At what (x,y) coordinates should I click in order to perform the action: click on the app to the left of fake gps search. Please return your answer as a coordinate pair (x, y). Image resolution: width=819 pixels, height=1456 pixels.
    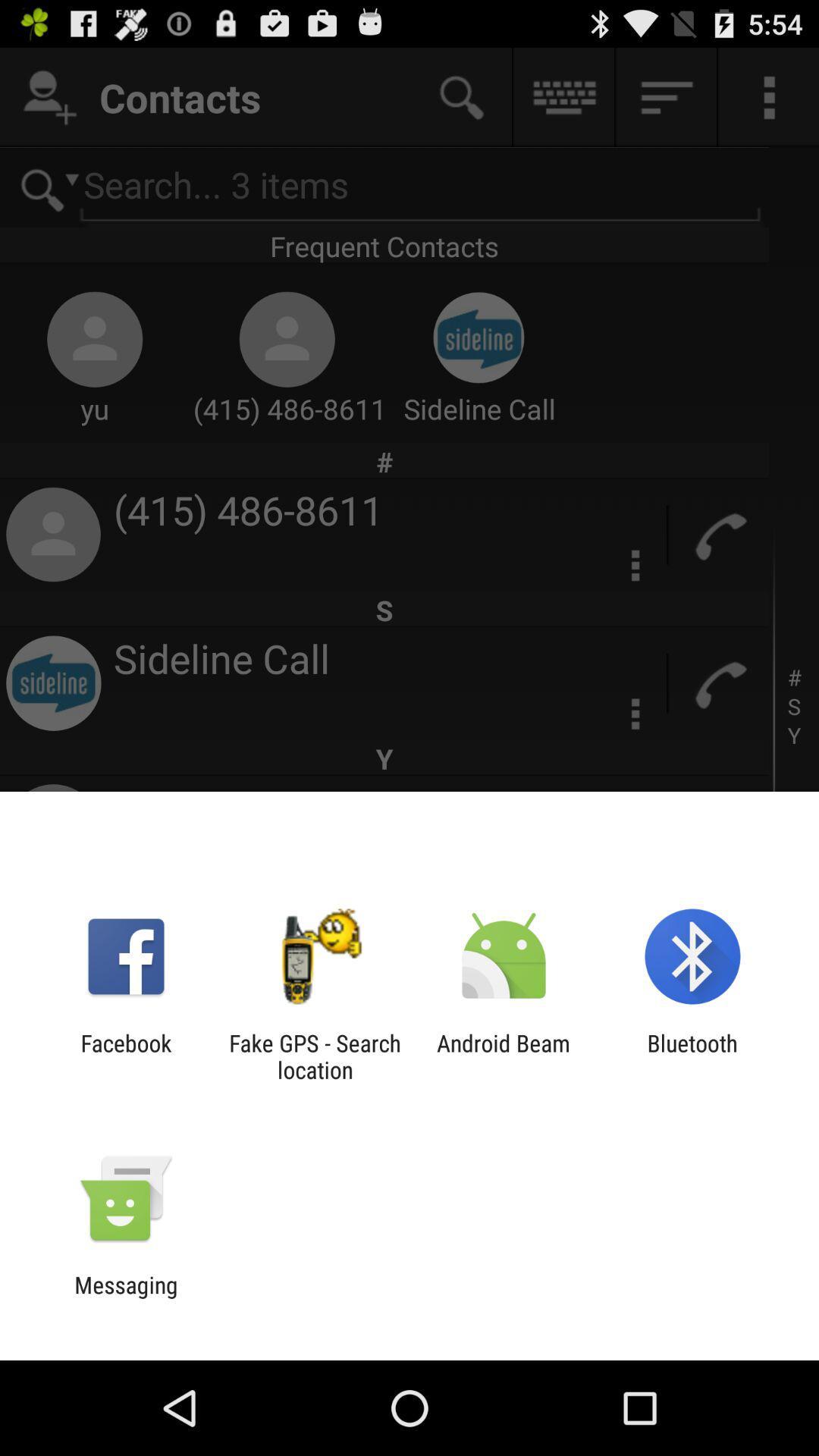
    Looking at the image, I should click on (125, 1056).